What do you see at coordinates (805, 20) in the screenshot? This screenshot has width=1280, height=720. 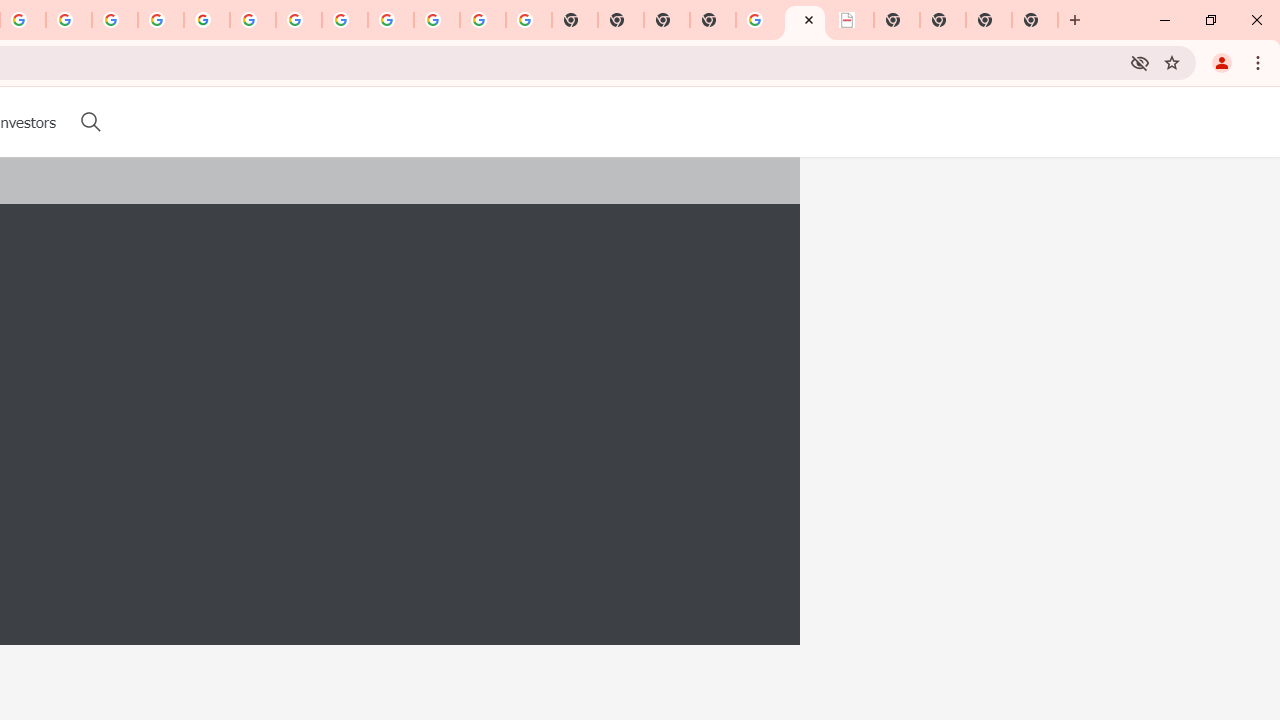 I see `'LAAD Defence & Security 2025 | BAE Systems'` at bounding box center [805, 20].